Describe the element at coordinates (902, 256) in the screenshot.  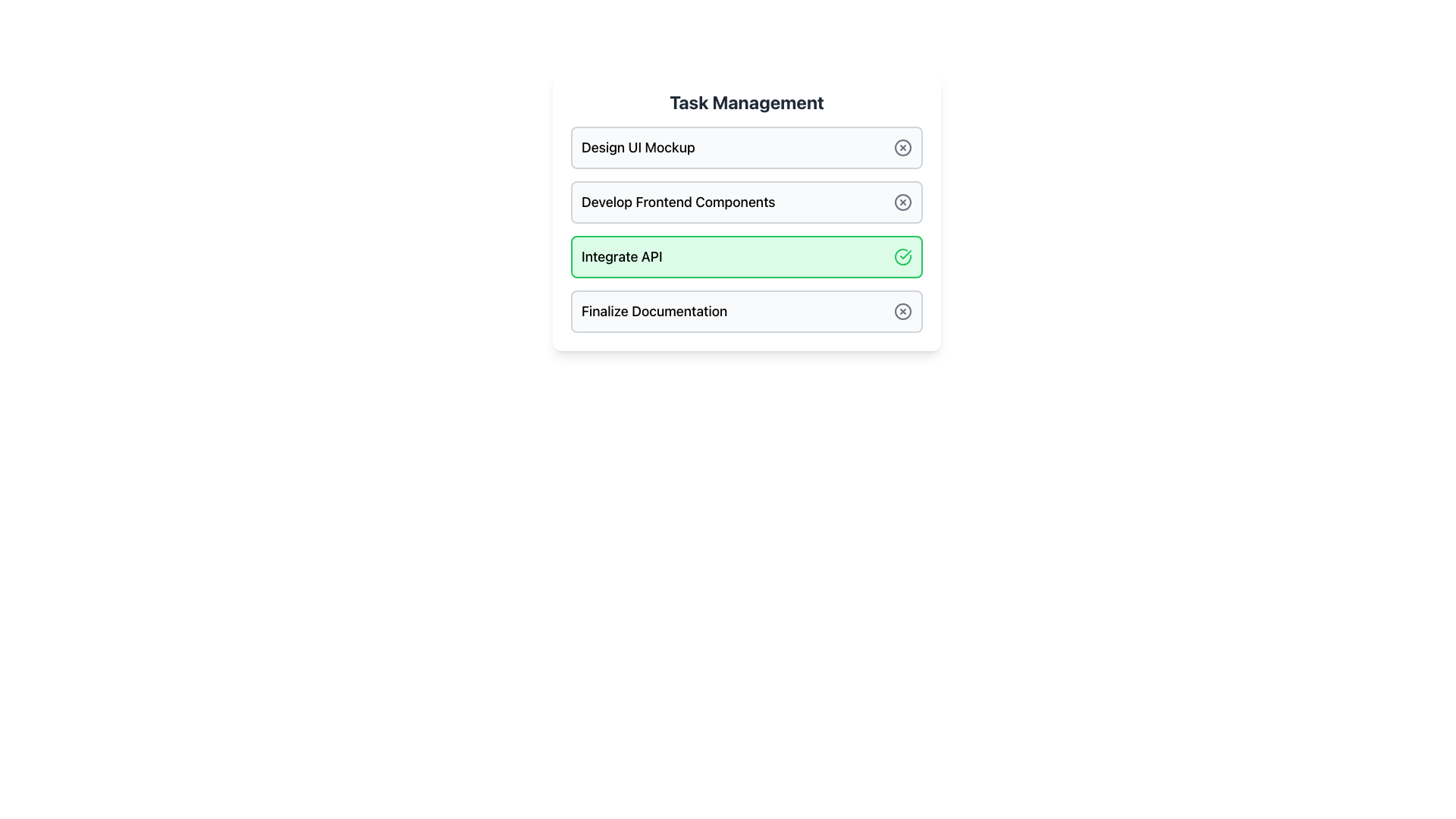
I see `the confirmation icon located at the far-right edge of the 'Integrate API' task item in the task management interface` at that location.